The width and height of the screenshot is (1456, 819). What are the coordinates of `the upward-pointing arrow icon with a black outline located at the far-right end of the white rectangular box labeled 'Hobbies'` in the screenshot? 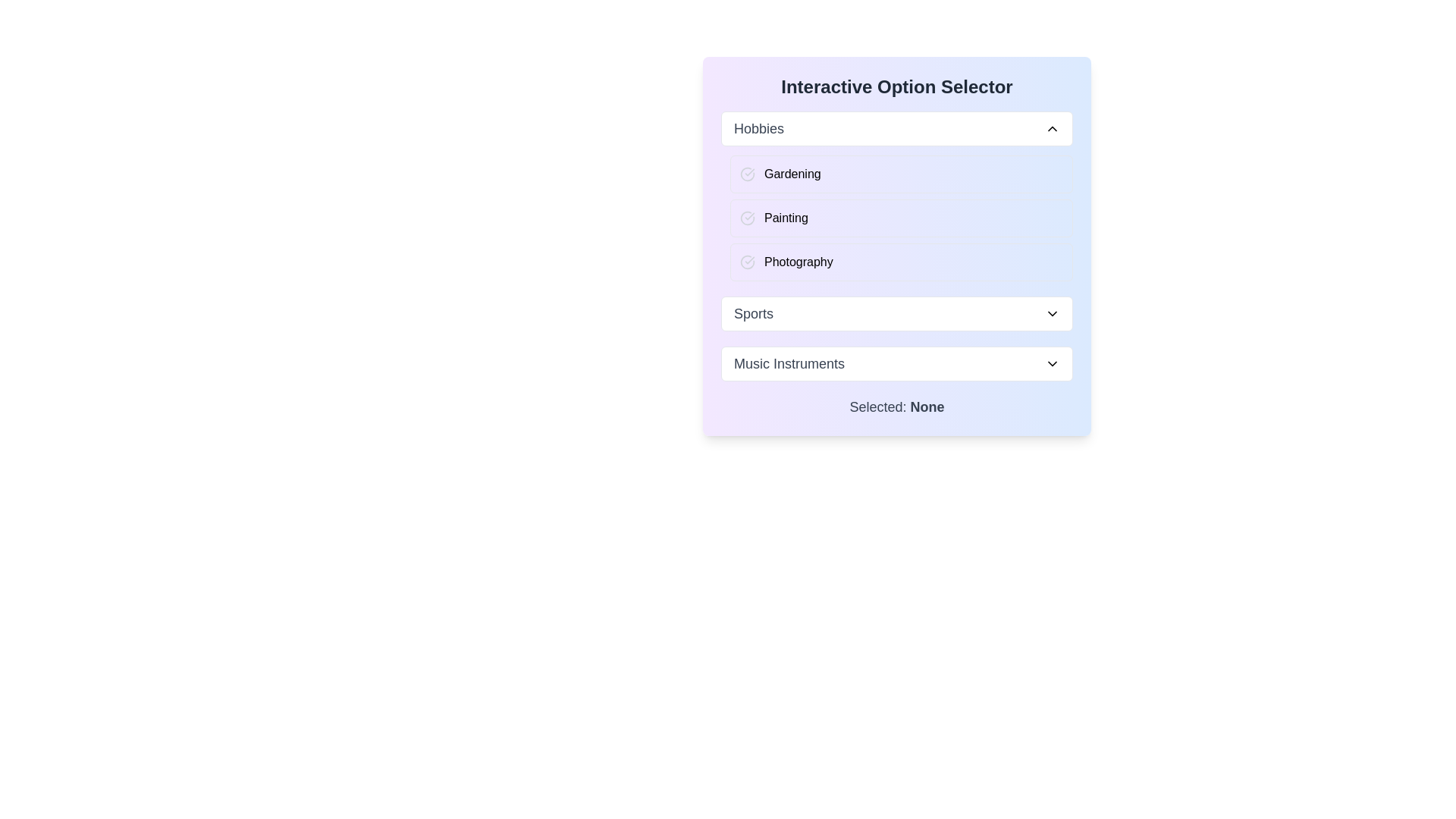 It's located at (1051, 127).